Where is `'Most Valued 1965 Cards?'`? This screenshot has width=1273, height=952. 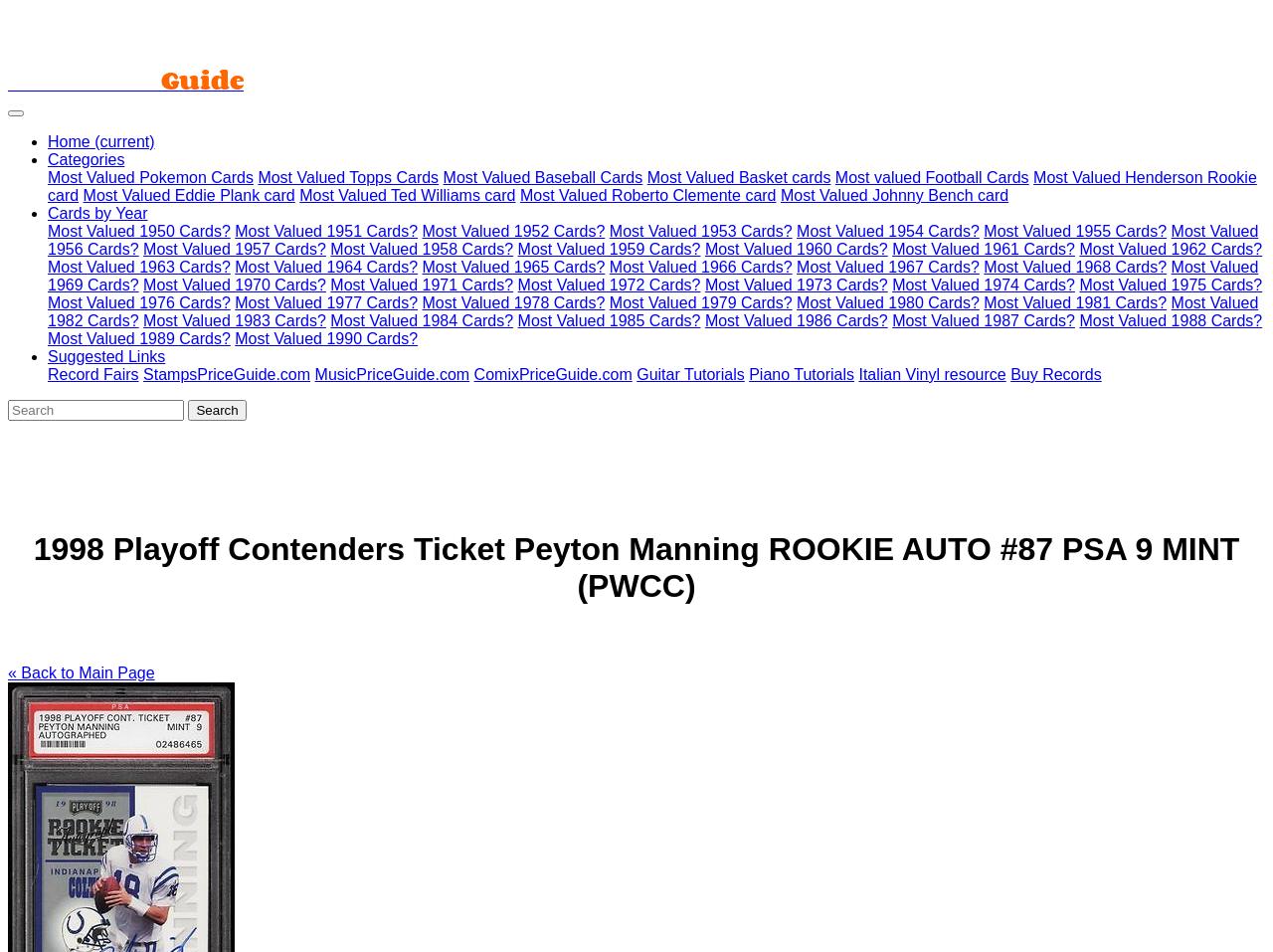
'Most Valued 1965 Cards?' is located at coordinates (512, 266).